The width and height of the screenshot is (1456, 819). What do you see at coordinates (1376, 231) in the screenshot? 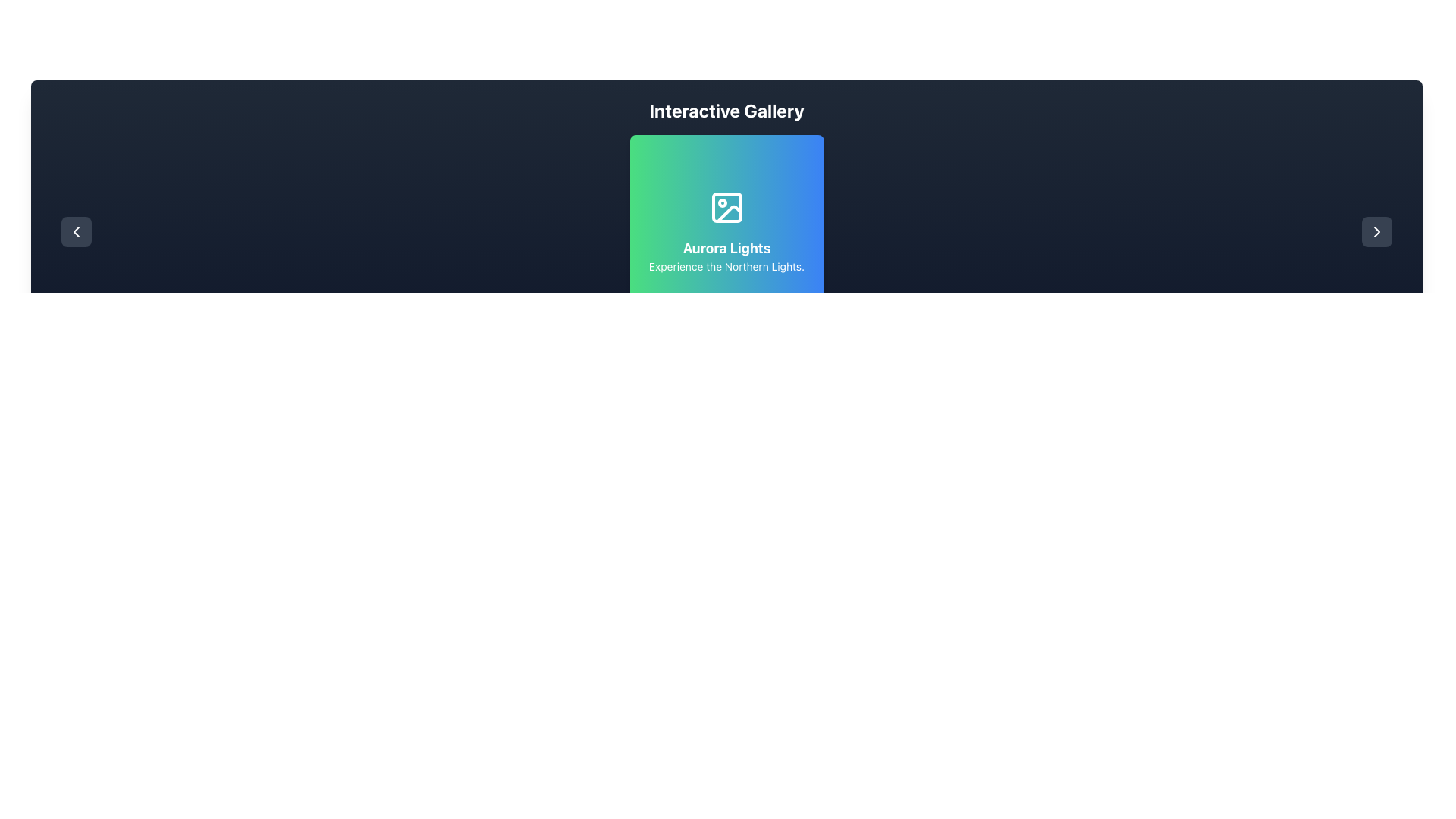
I see `the right-facing chevron icon within the circular button located at the far right of the interface` at bounding box center [1376, 231].